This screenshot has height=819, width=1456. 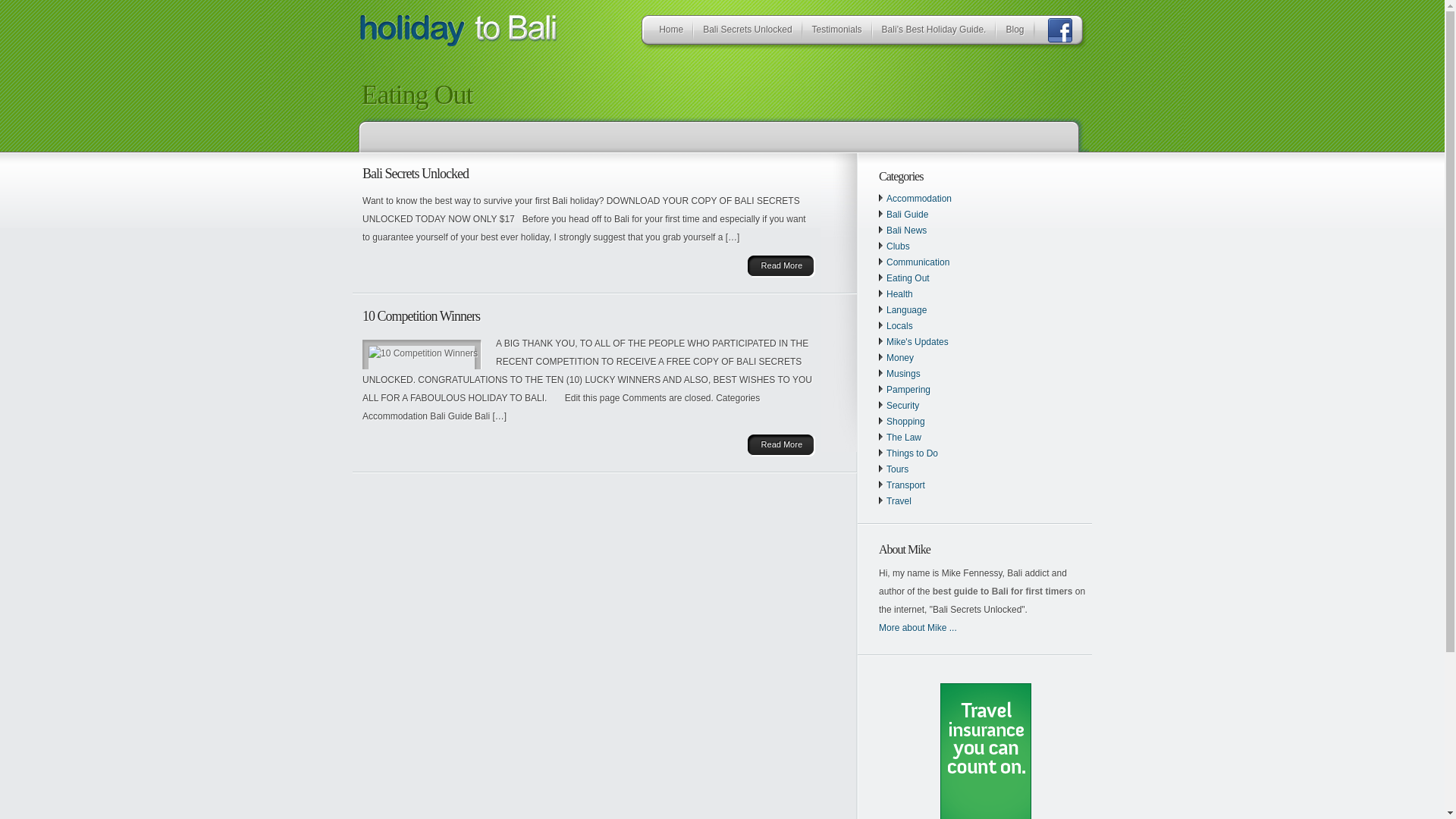 What do you see at coordinates (362, 315) in the screenshot?
I see `'10 Competition Winners'` at bounding box center [362, 315].